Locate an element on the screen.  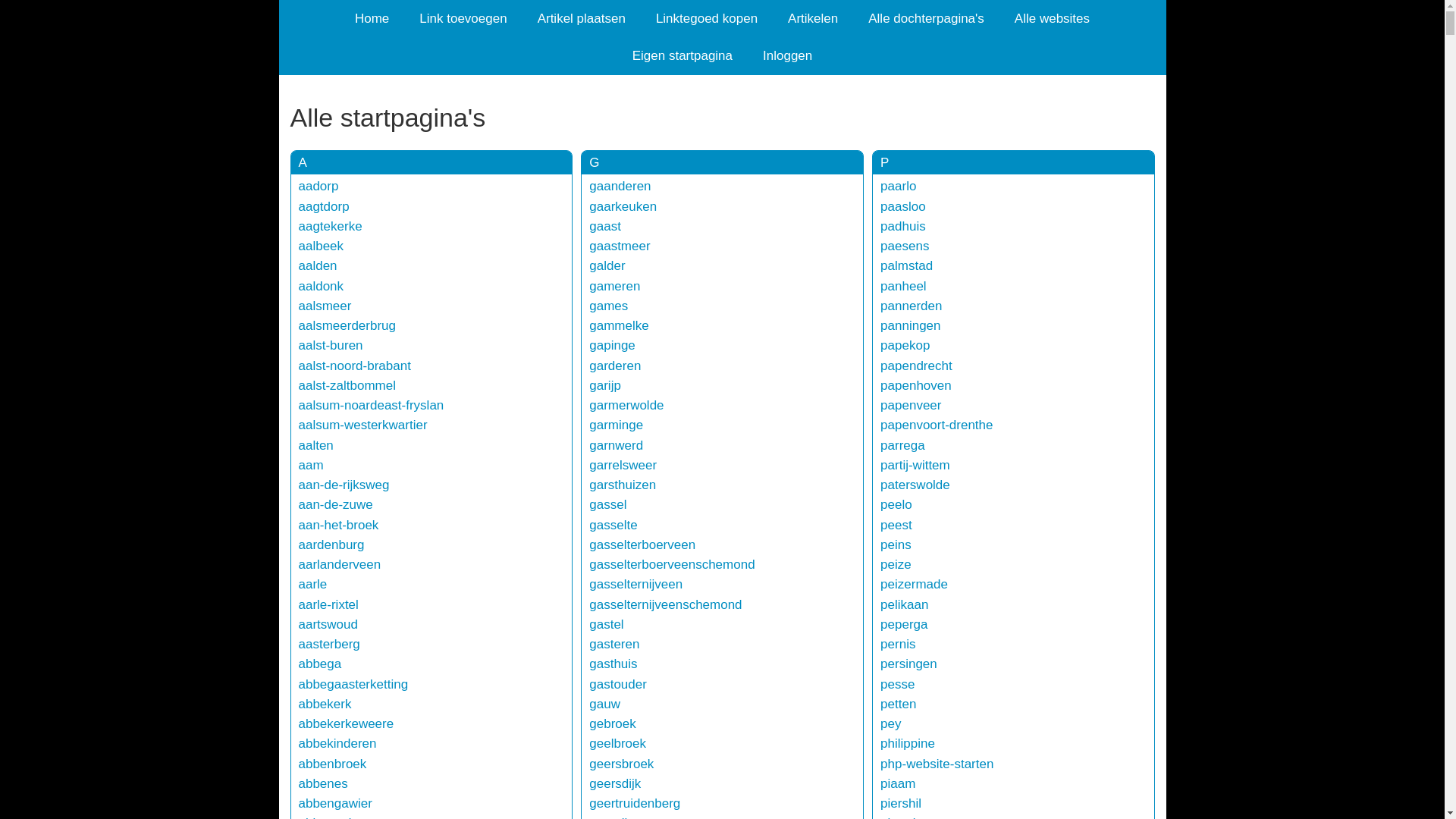
'garsthuizen' is located at coordinates (622, 485).